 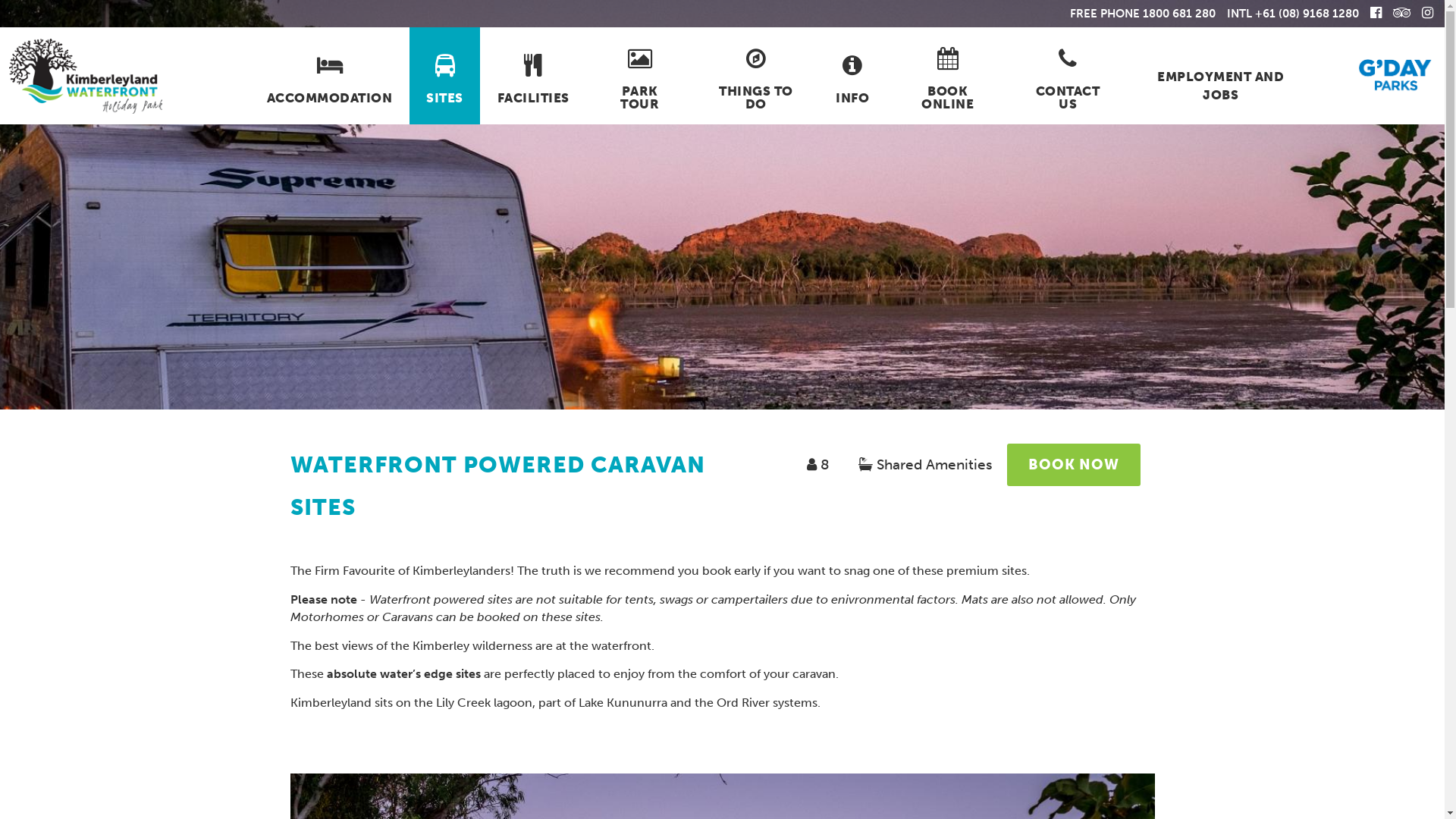 What do you see at coordinates (1007, 464) in the screenshot?
I see `'BOOK NOW'` at bounding box center [1007, 464].